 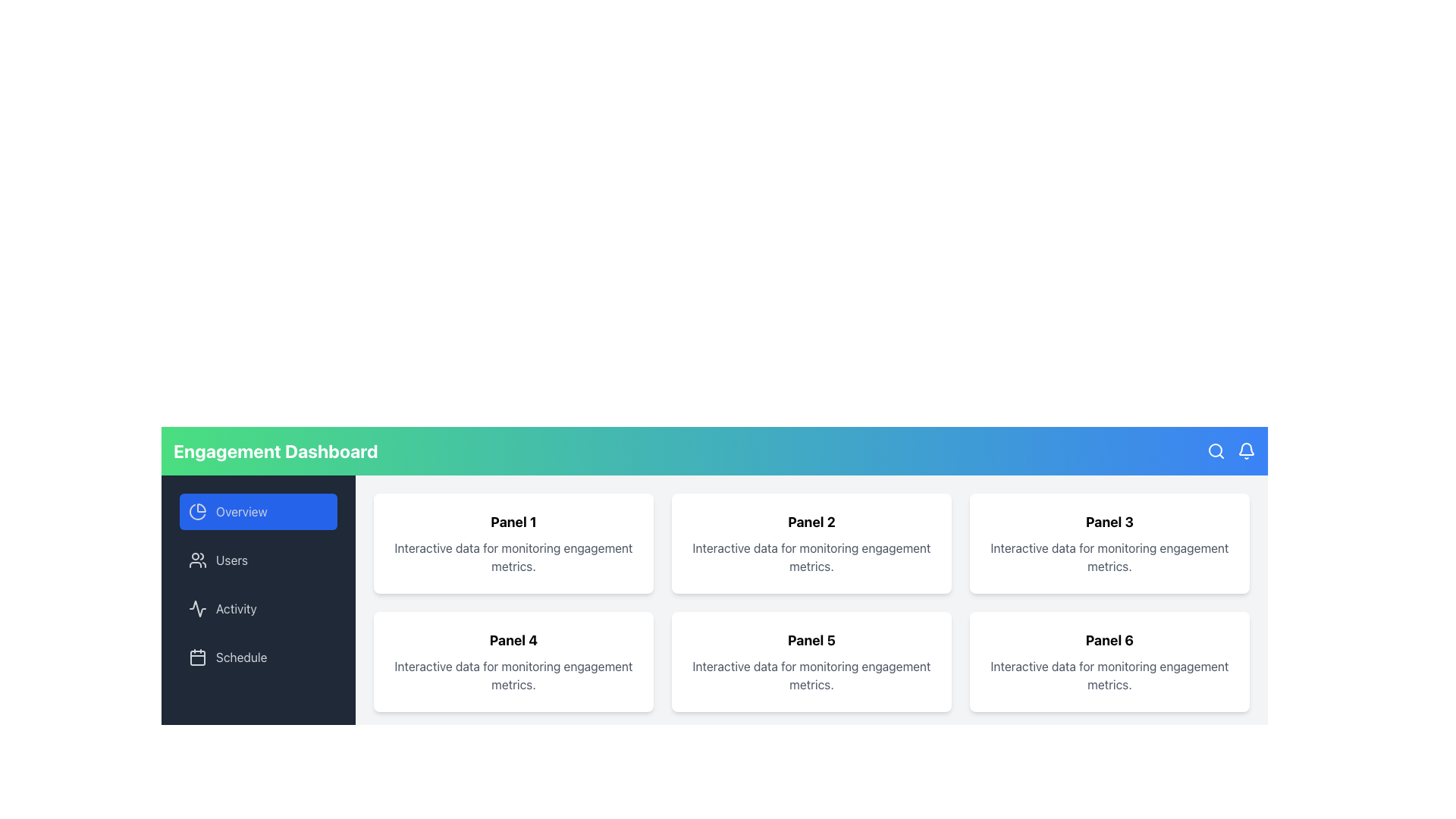 What do you see at coordinates (196, 657) in the screenshot?
I see `the SVG rectangle representing the body of the calendar icon` at bounding box center [196, 657].